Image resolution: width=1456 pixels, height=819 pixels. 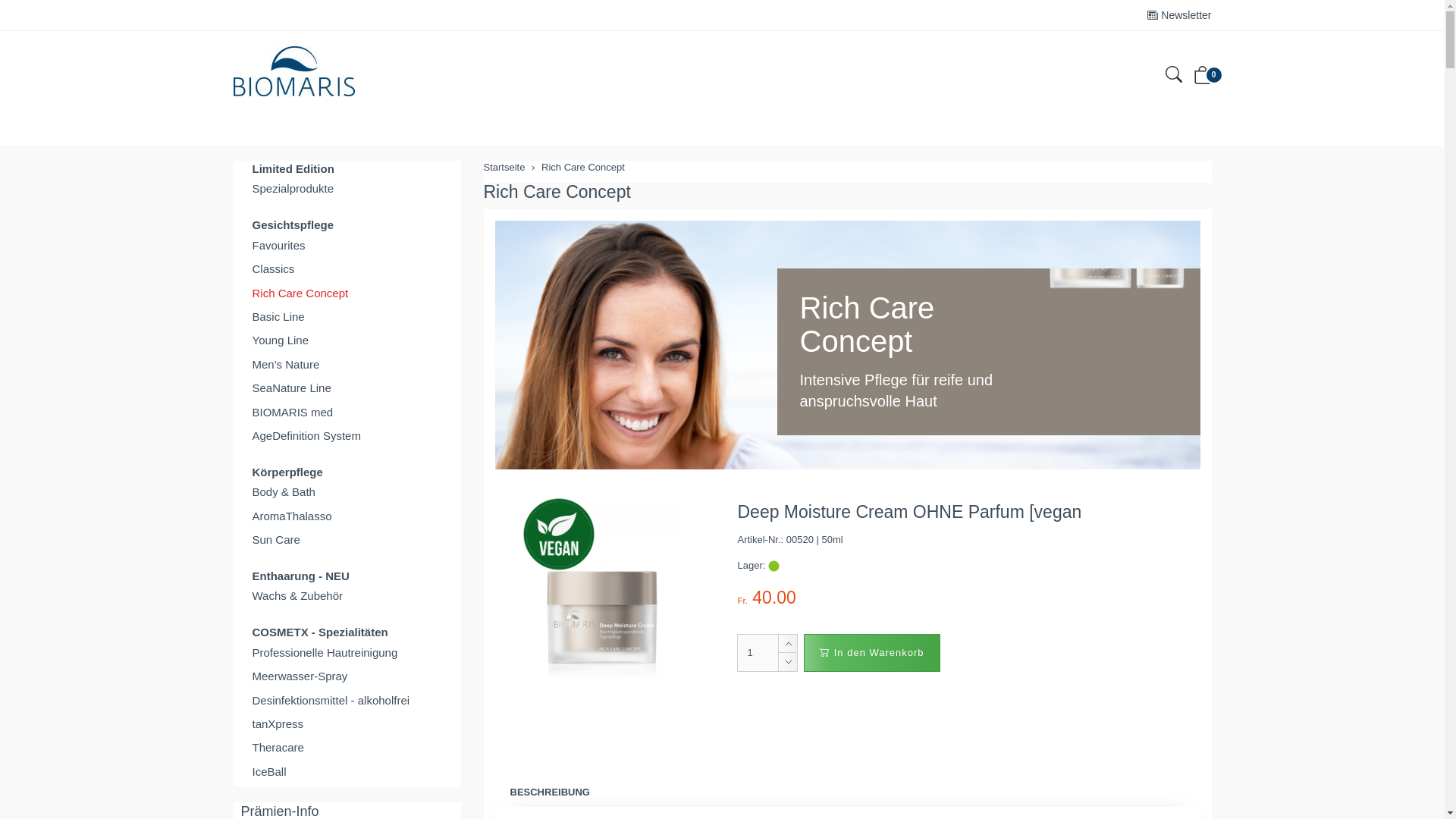 I want to click on 'Favourites', so click(x=346, y=244).